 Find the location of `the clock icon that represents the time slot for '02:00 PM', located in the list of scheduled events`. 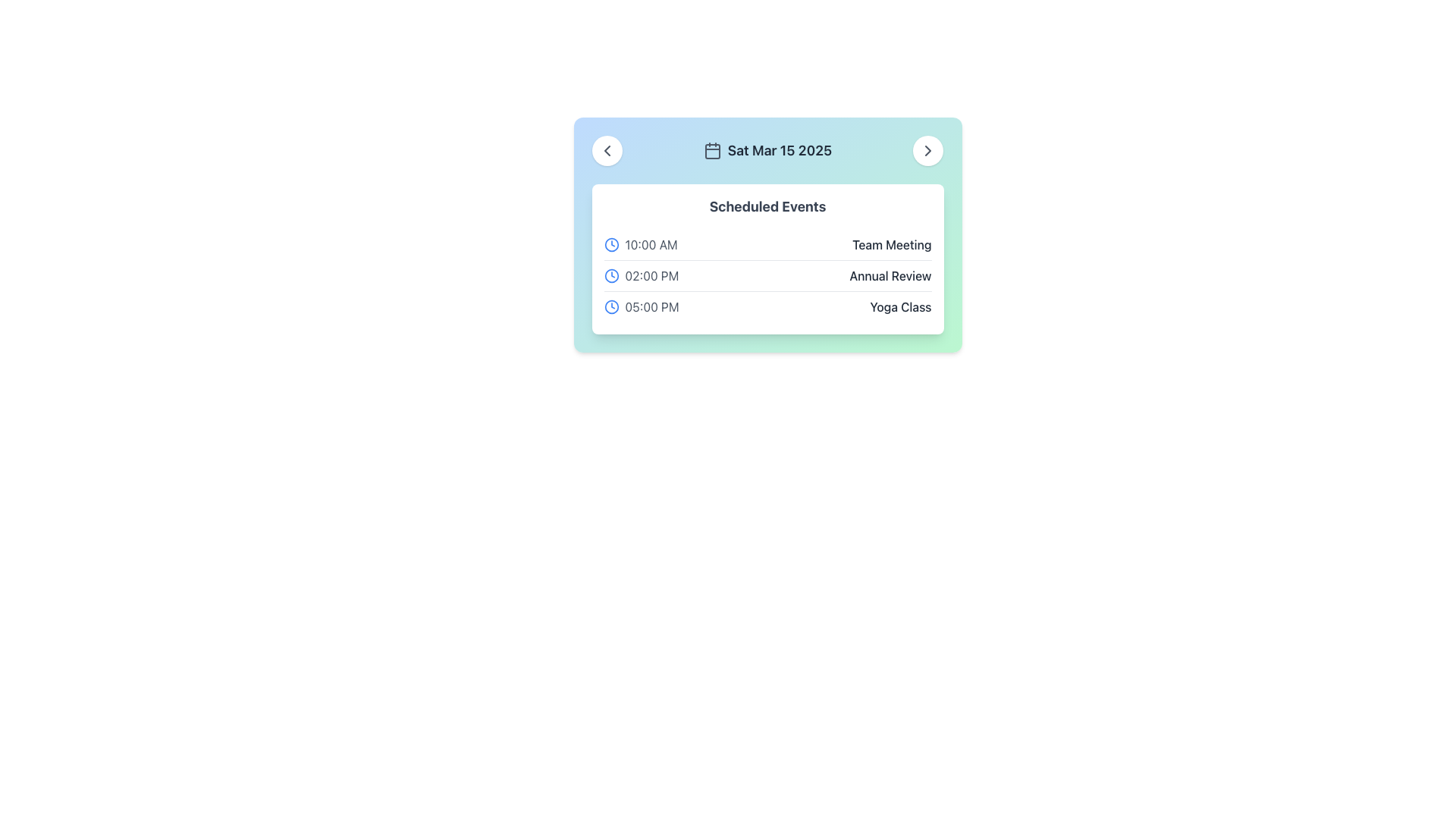

the clock icon that represents the time slot for '02:00 PM', located in the list of scheduled events is located at coordinates (611, 275).